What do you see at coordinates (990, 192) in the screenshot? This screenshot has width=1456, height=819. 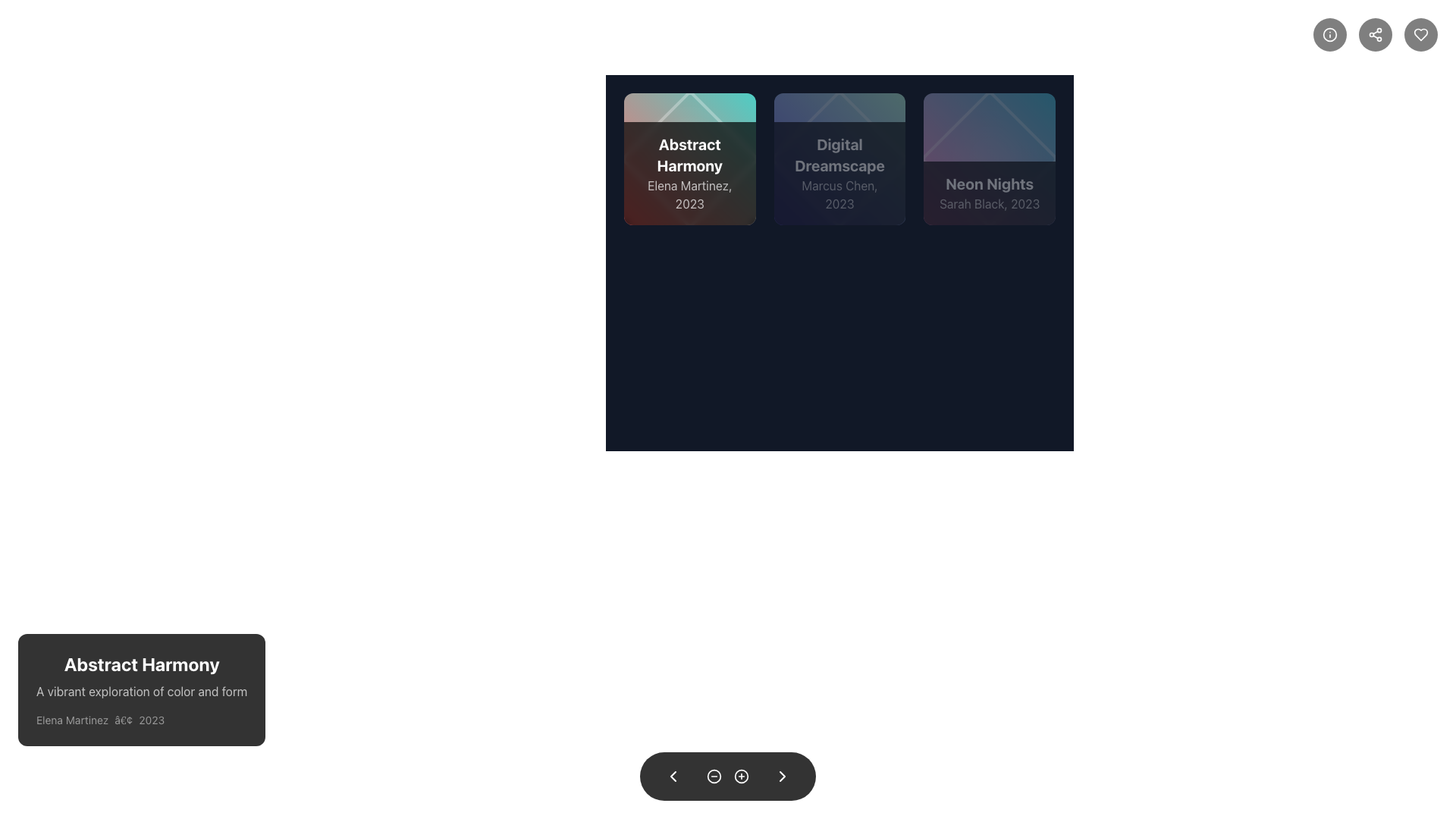 I see `the text label displaying the title 'Neon Nights' by 'Sarah Black' (2023) located at the bottom of the card in the third column` at bounding box center [990, 192].